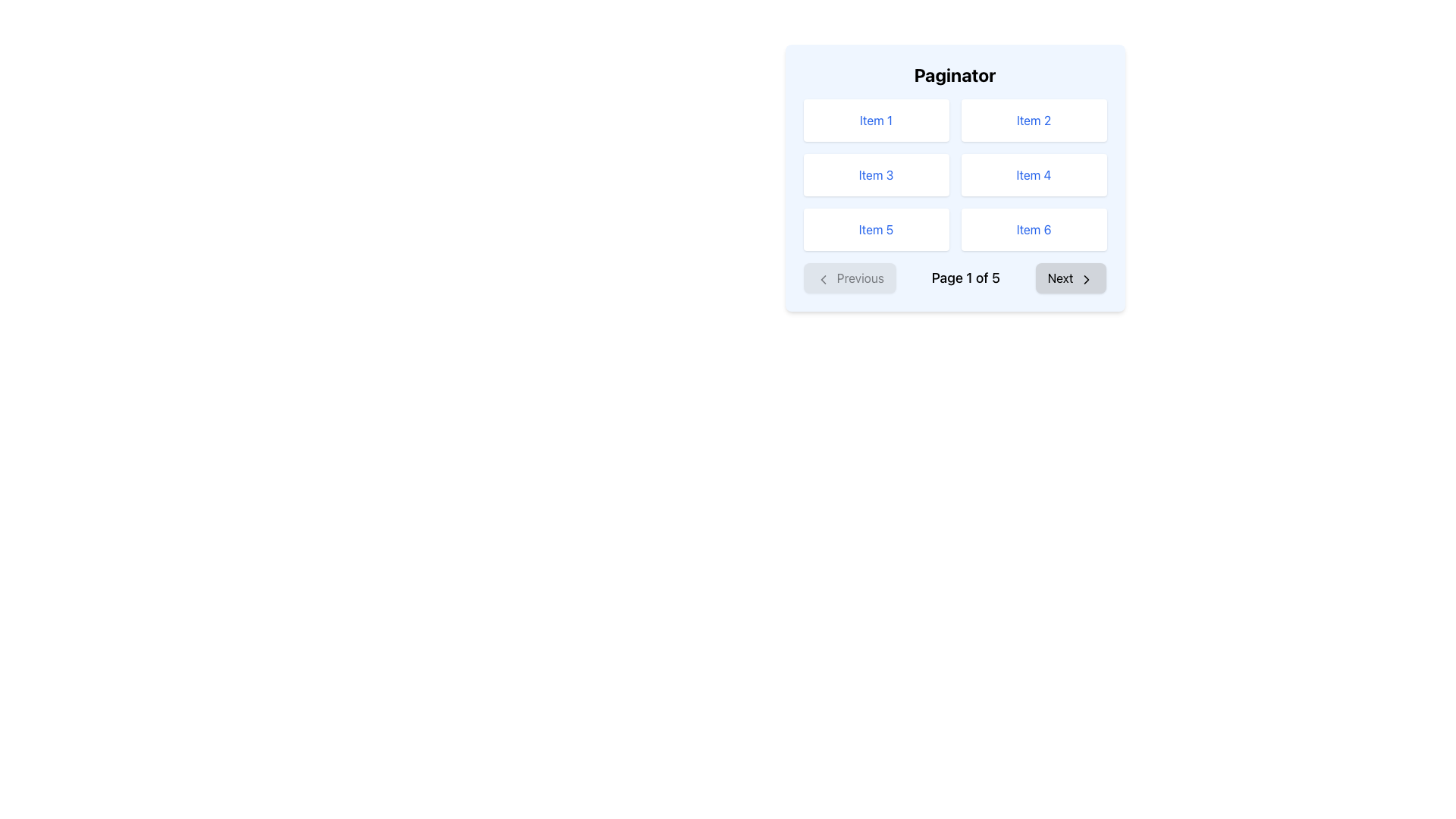 This screenshot has width=1456, height=819. Describe the element at coordinates (1033, 230) in the screenshot. I see `the item in the paginator located in the second column of the third row` at that location.